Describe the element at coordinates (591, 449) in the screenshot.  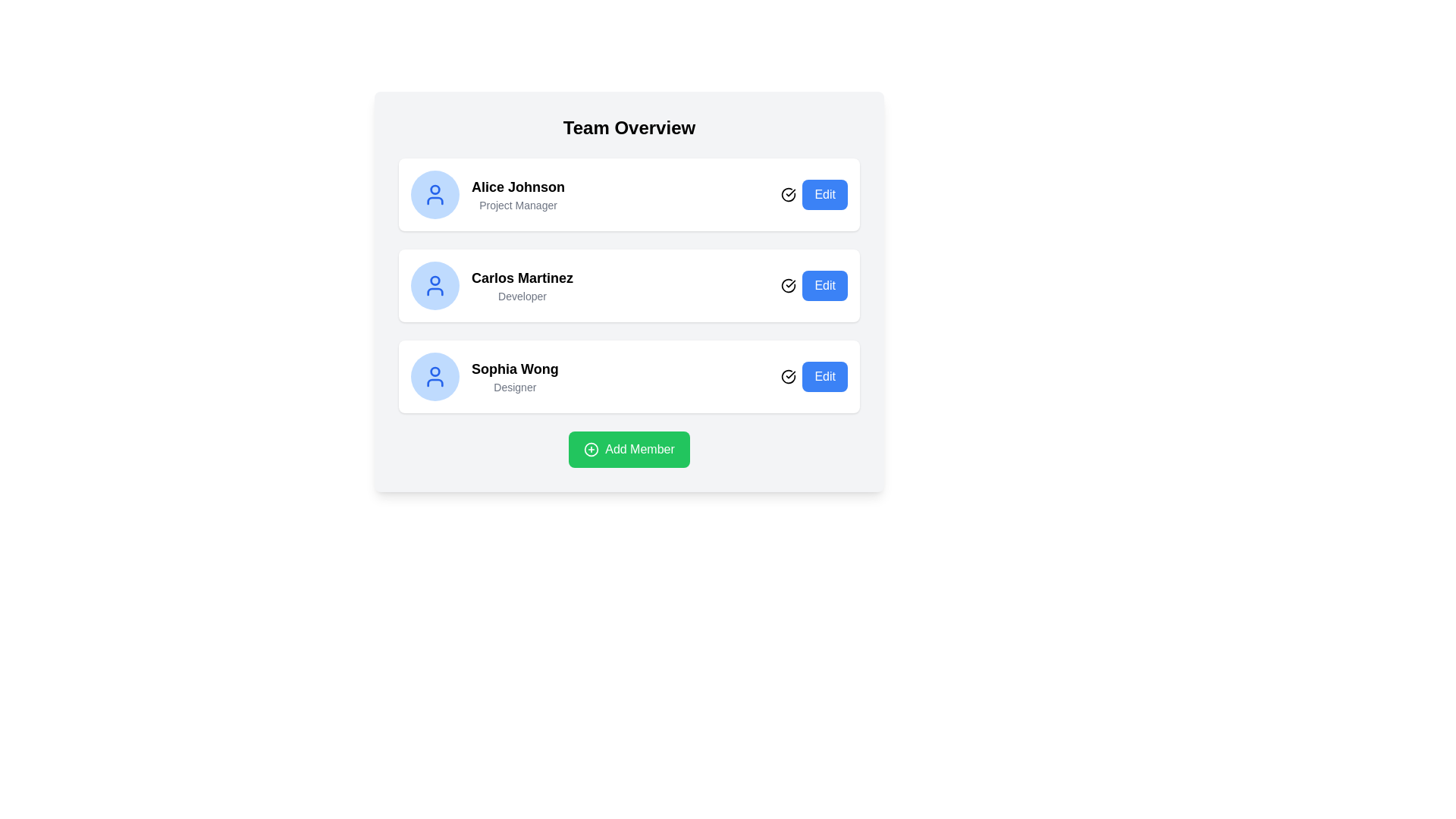
I see `customization options for the icon located to the left of the 'Add Member' text on the green button at the bottom center of the interface` at that location.